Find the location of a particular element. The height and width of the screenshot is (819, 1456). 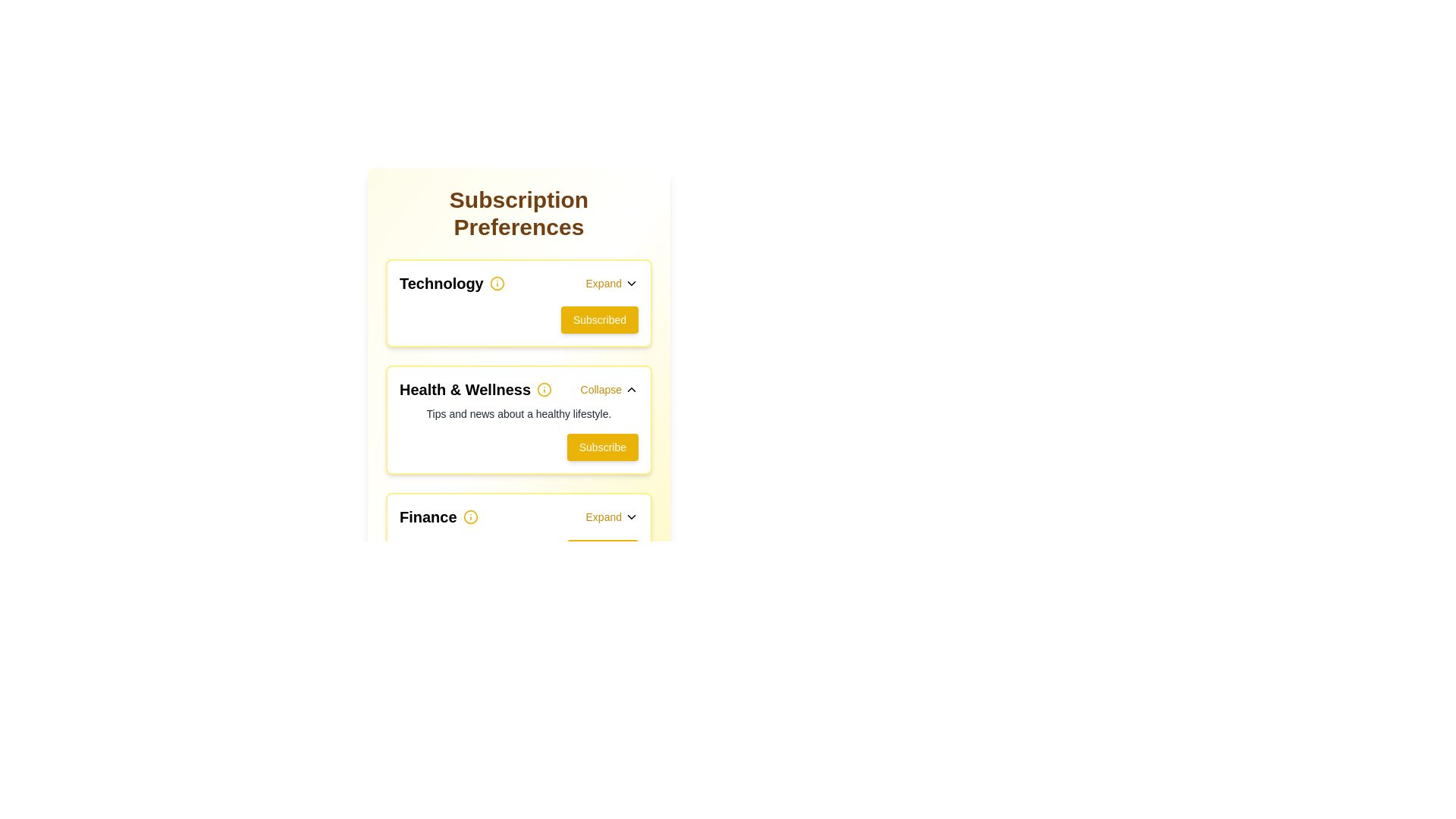

the 'Expand' text label, which is styled in golden-yellow color and is located in the 'Subscription Preferences' section of the 'Technology' card, positioned above the 'Subscribed' button is located at coordinates (603, 284).